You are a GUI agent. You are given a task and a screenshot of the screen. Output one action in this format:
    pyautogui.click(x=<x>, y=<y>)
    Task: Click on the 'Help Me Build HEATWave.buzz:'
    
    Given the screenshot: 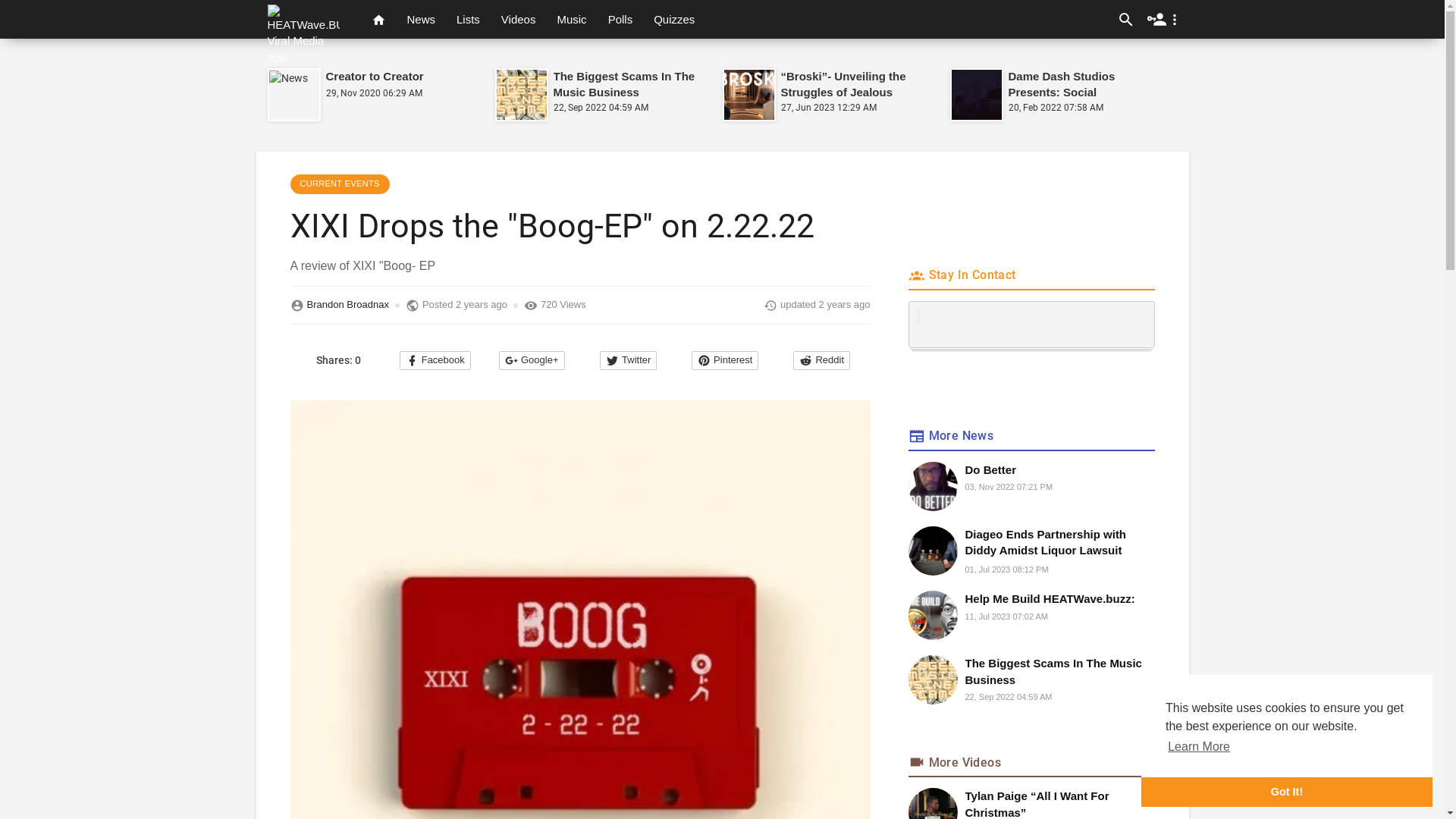 What is the action you would take?
    pyautogui.click(x=1058, y=598)
    